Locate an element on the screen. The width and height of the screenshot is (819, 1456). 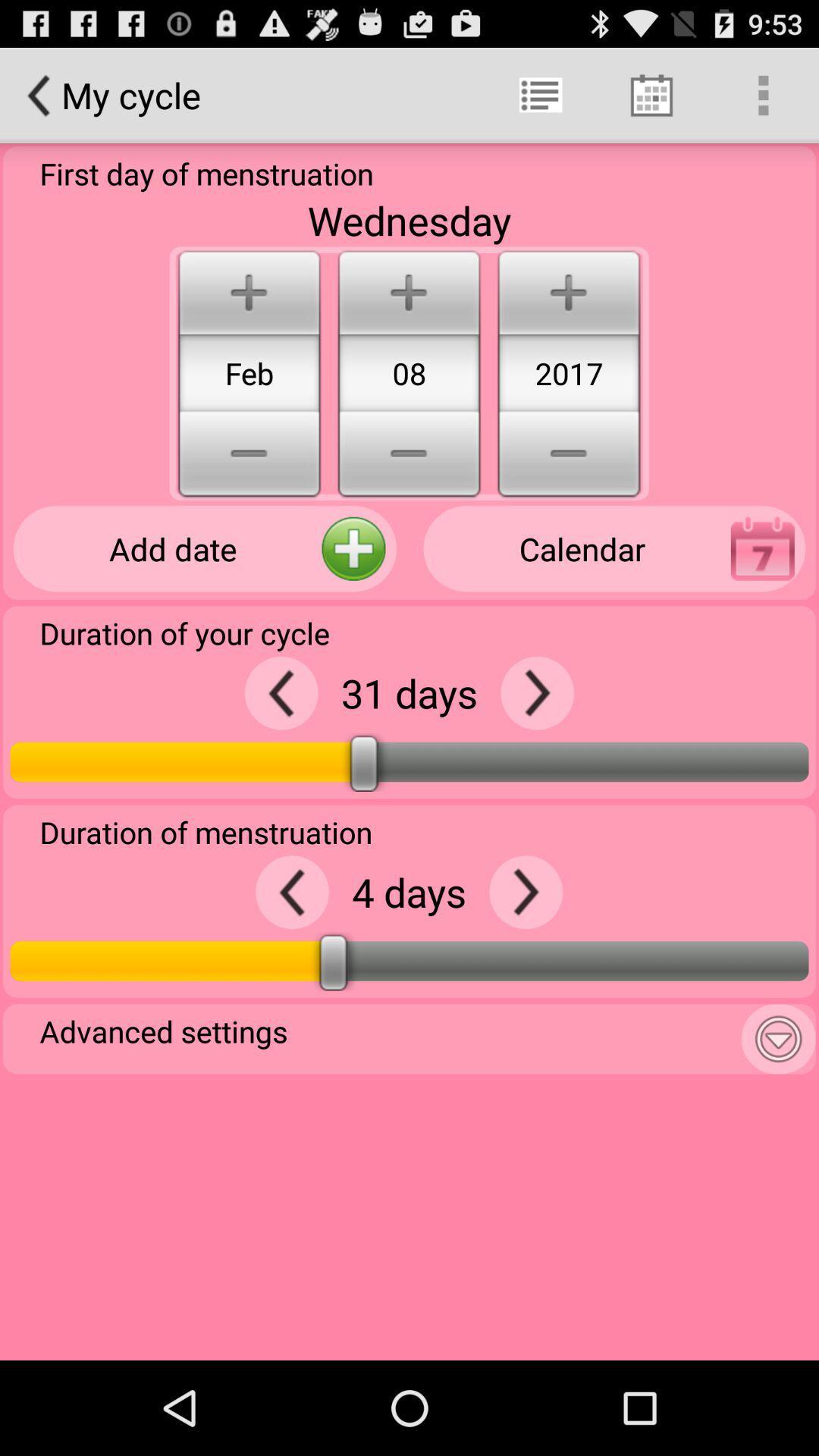
more settings is located at coordinates (778, 1038).